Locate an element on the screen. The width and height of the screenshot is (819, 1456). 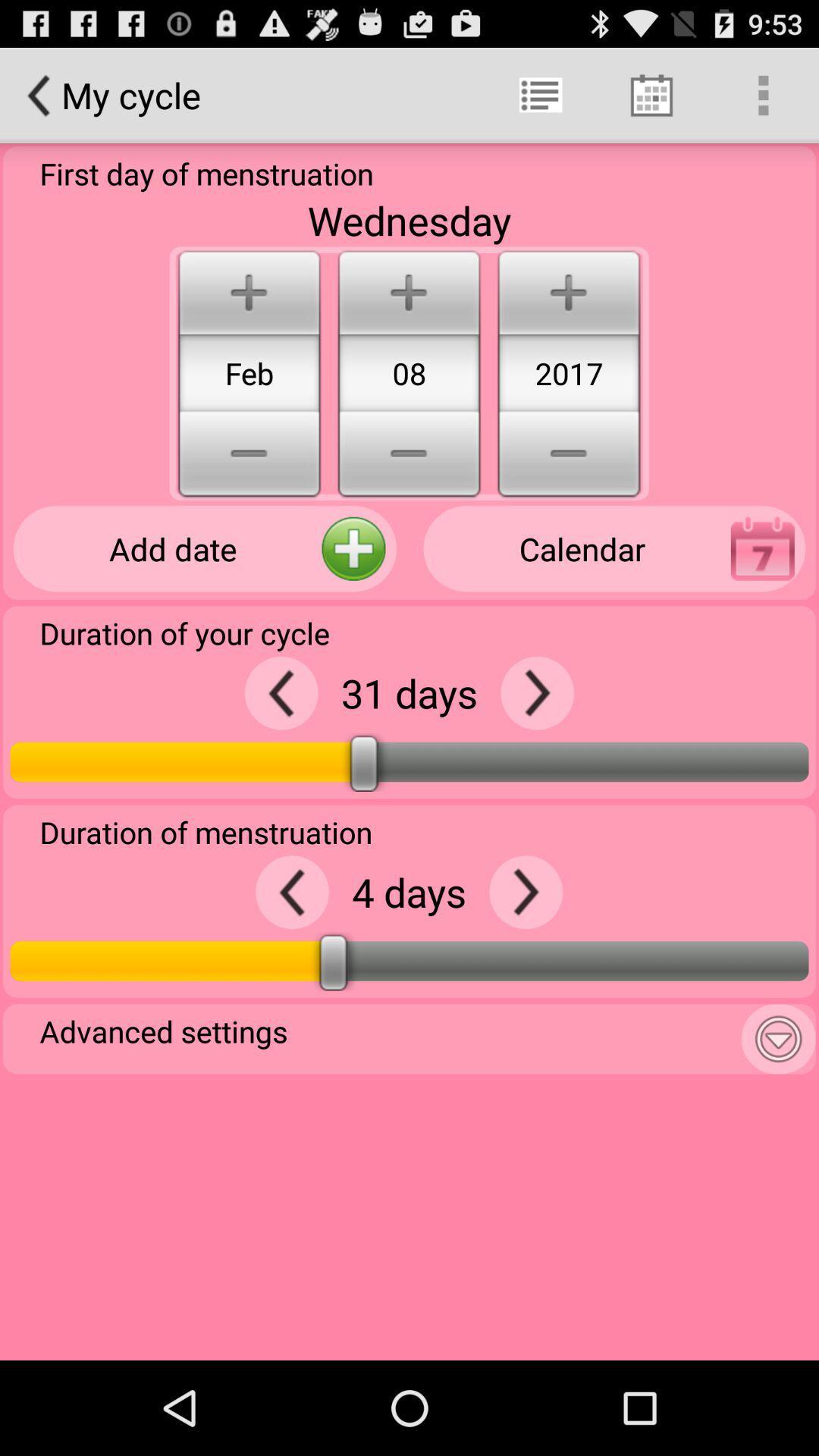
more settings is located at coordinates (778, 1038).